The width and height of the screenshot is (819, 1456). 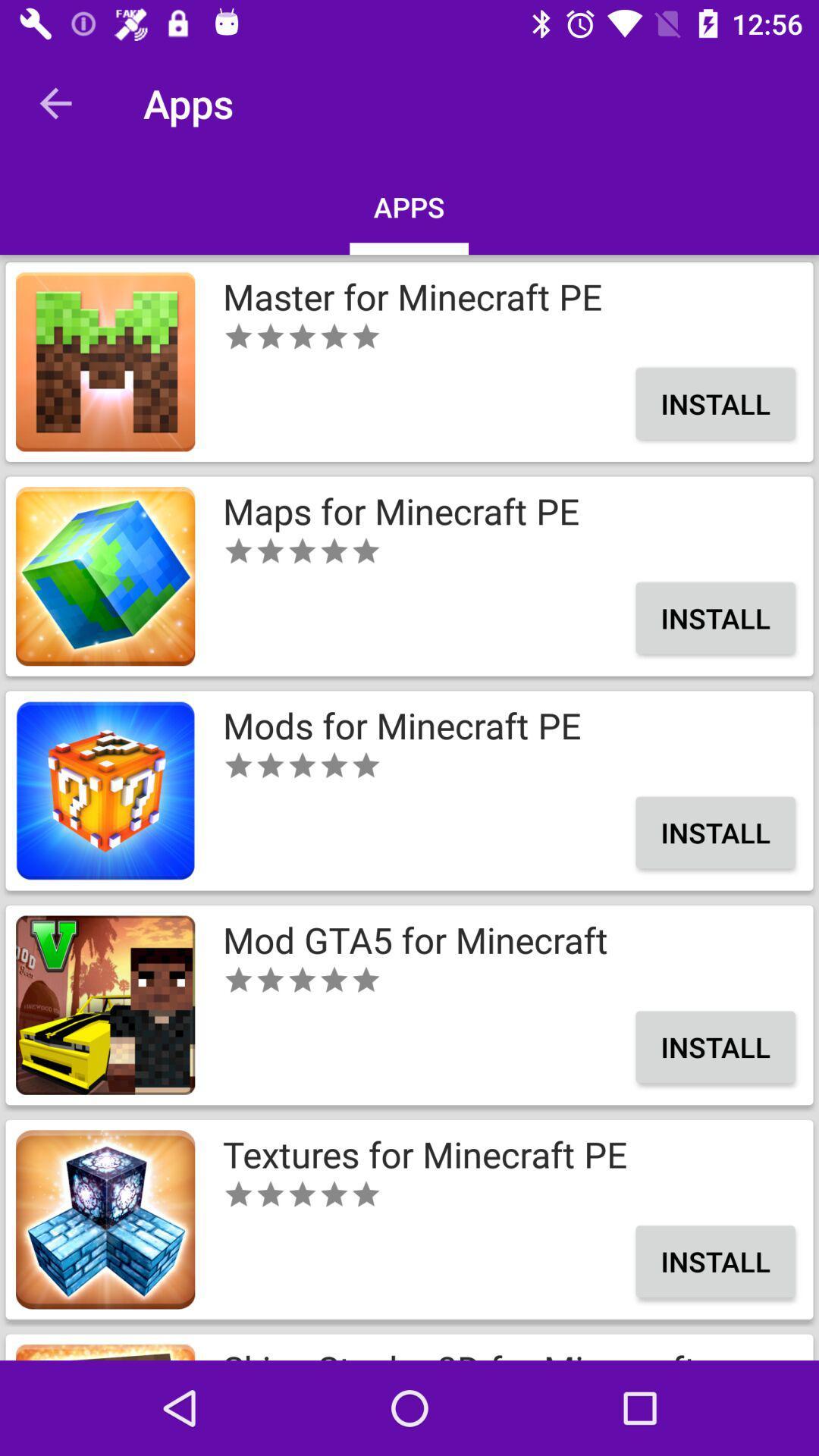 I want to click on the app to the left of apps icon, so click(x=55, y=102).